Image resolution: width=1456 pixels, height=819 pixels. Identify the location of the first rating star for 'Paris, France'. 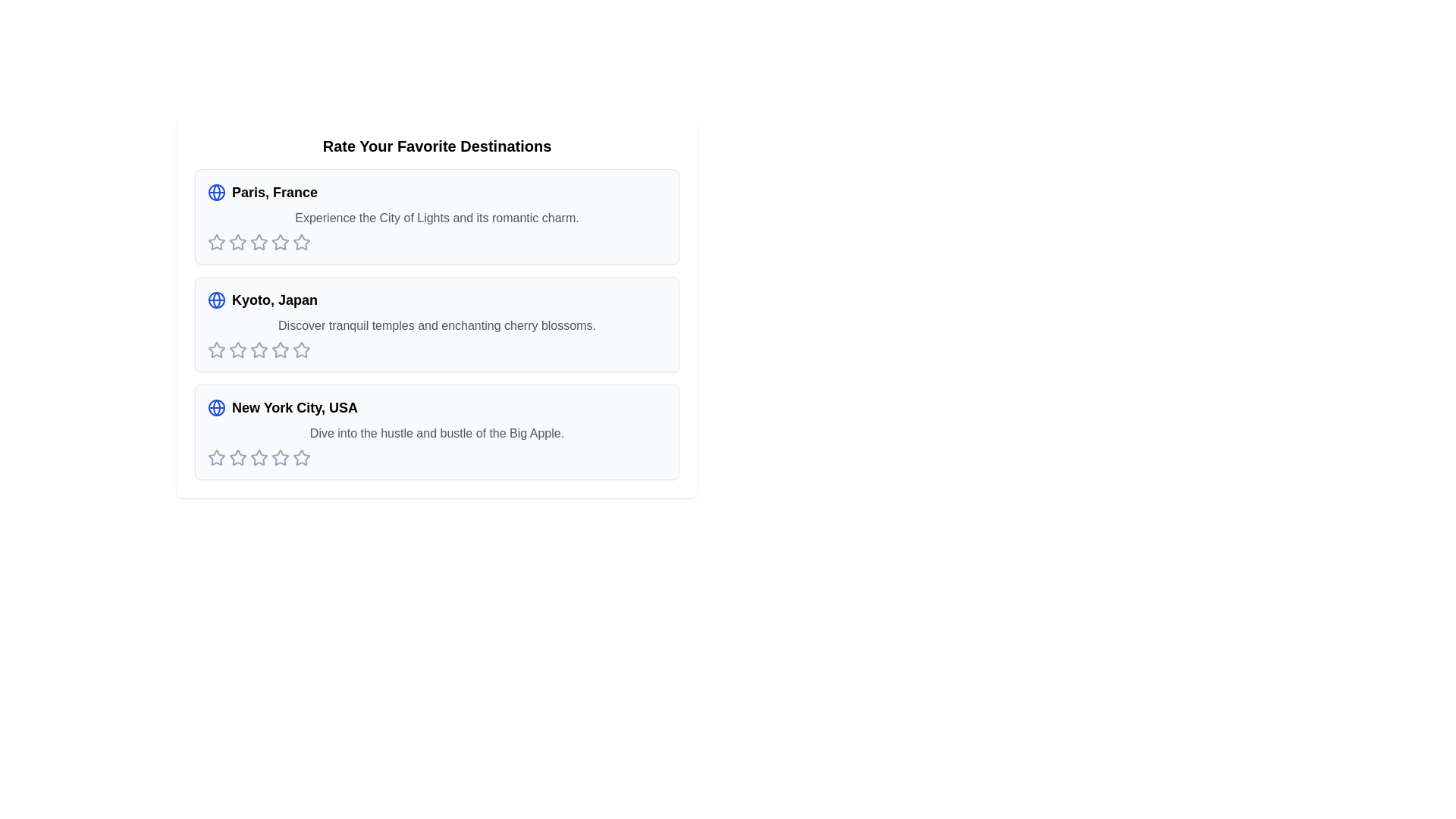
(216, 242).